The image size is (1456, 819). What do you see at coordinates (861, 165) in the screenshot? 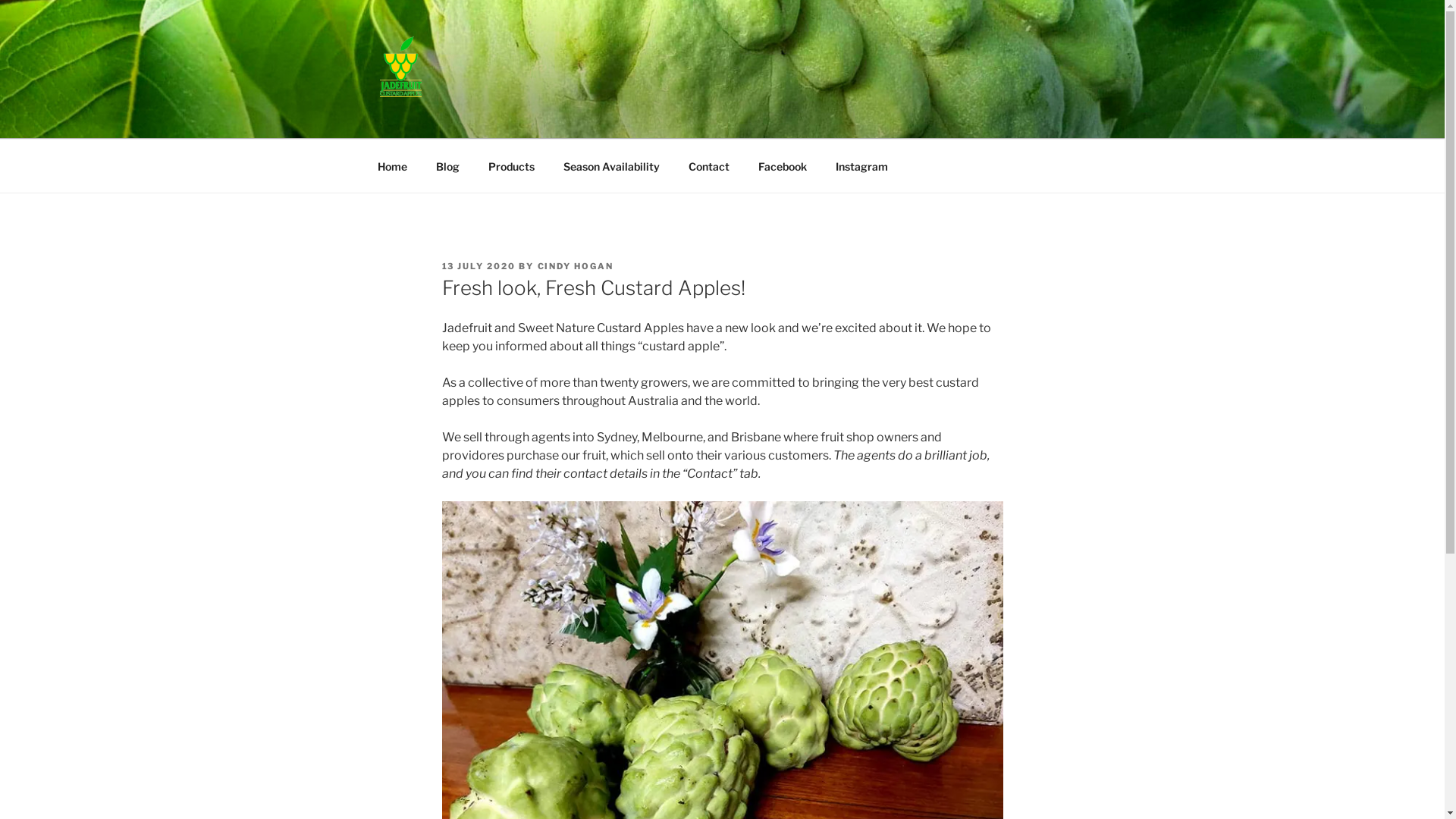
I see `'Instagram'` at bounding box center [861, 165].